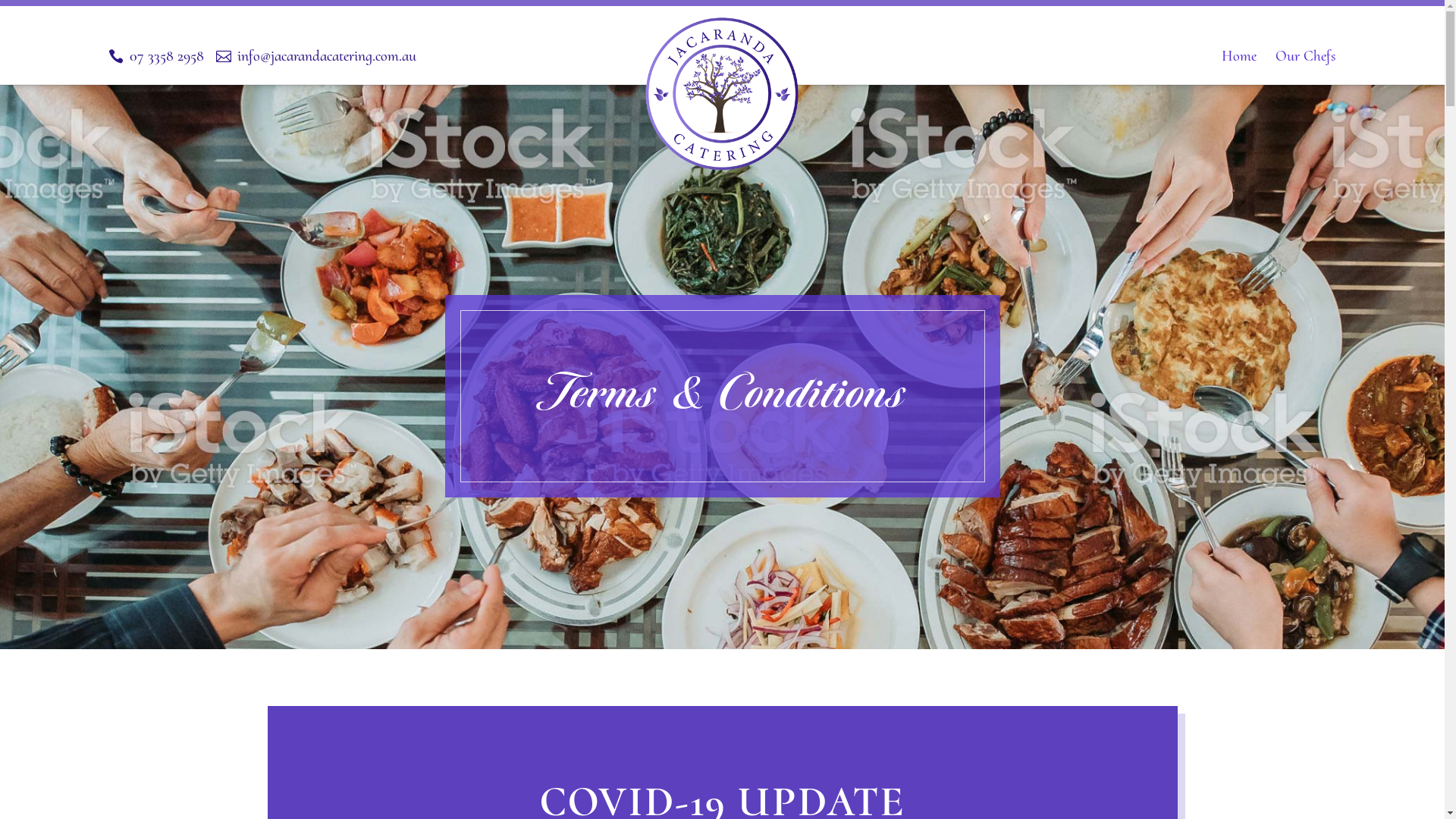 The width and height of the screenshot is (1456, 819). I want to click on '07 3358 2958', so click(156, 55).